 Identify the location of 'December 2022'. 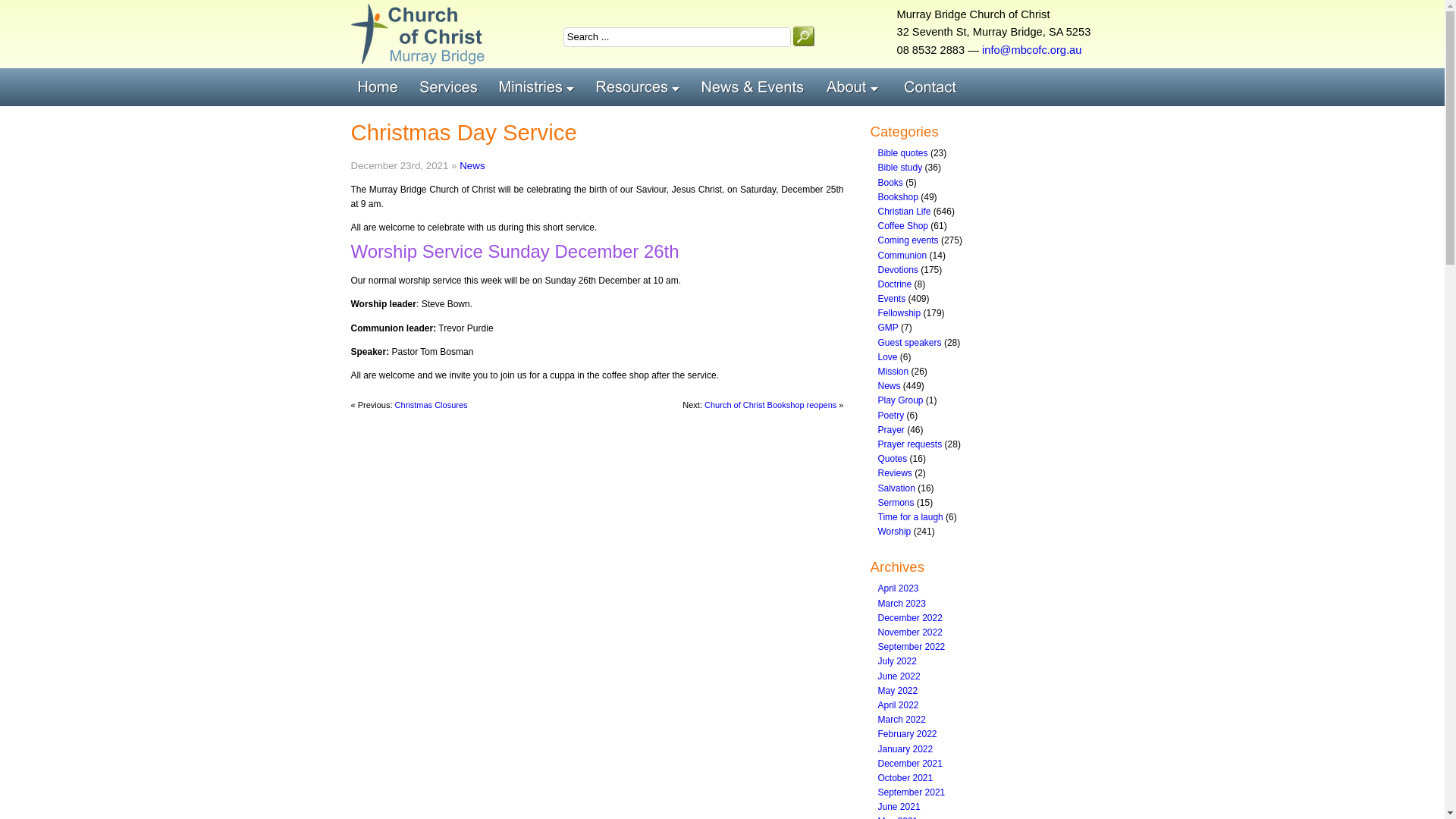
(910, 617).